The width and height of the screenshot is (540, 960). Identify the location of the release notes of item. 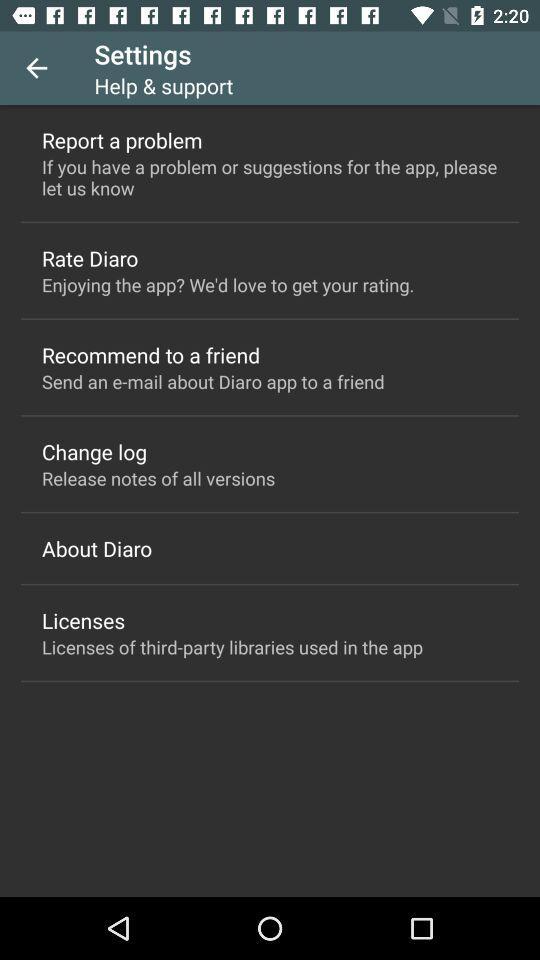
(157, 478).